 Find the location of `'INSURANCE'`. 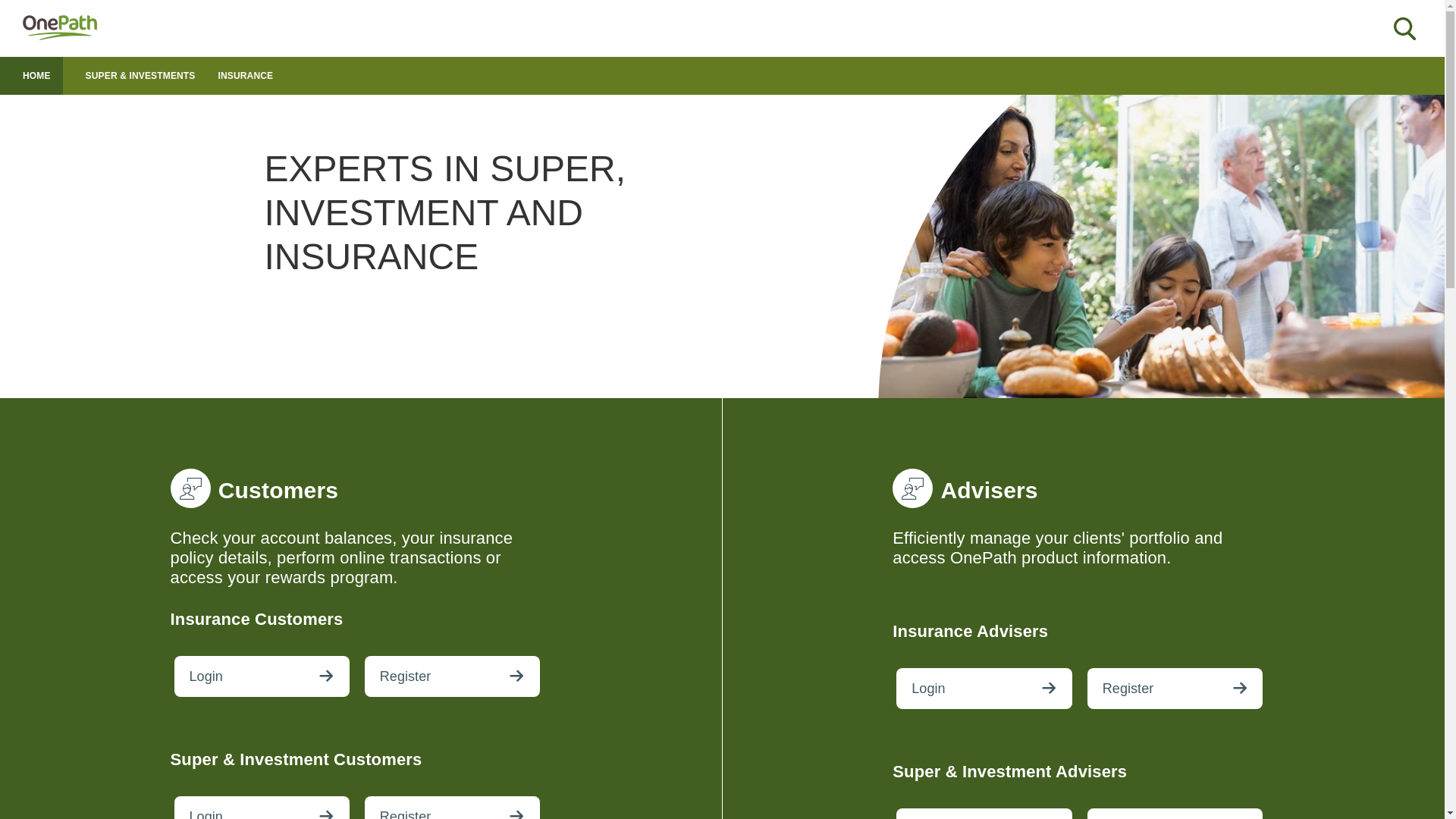

'INSURANCE' is located at coordinates (217, 76).